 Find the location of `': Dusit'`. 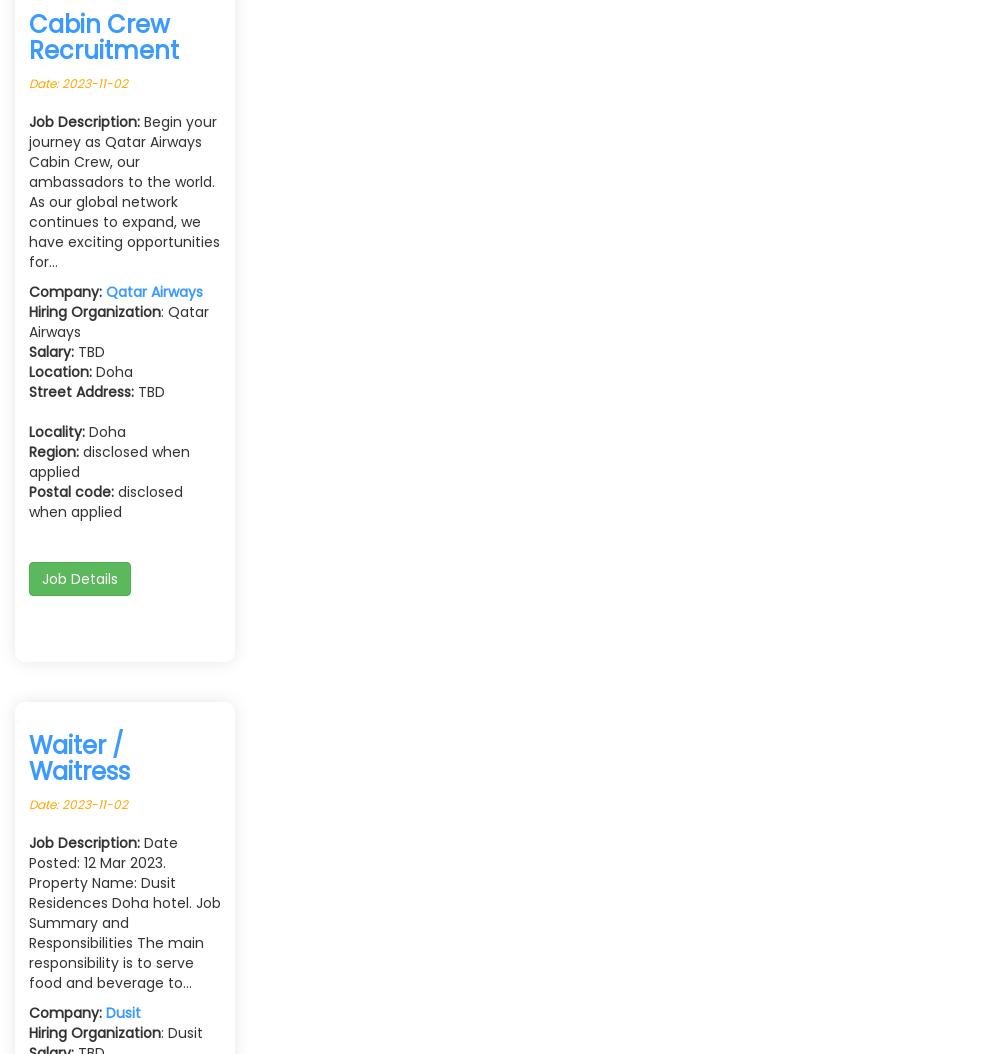

': Dusit' is located at coordinates (181, 1030).